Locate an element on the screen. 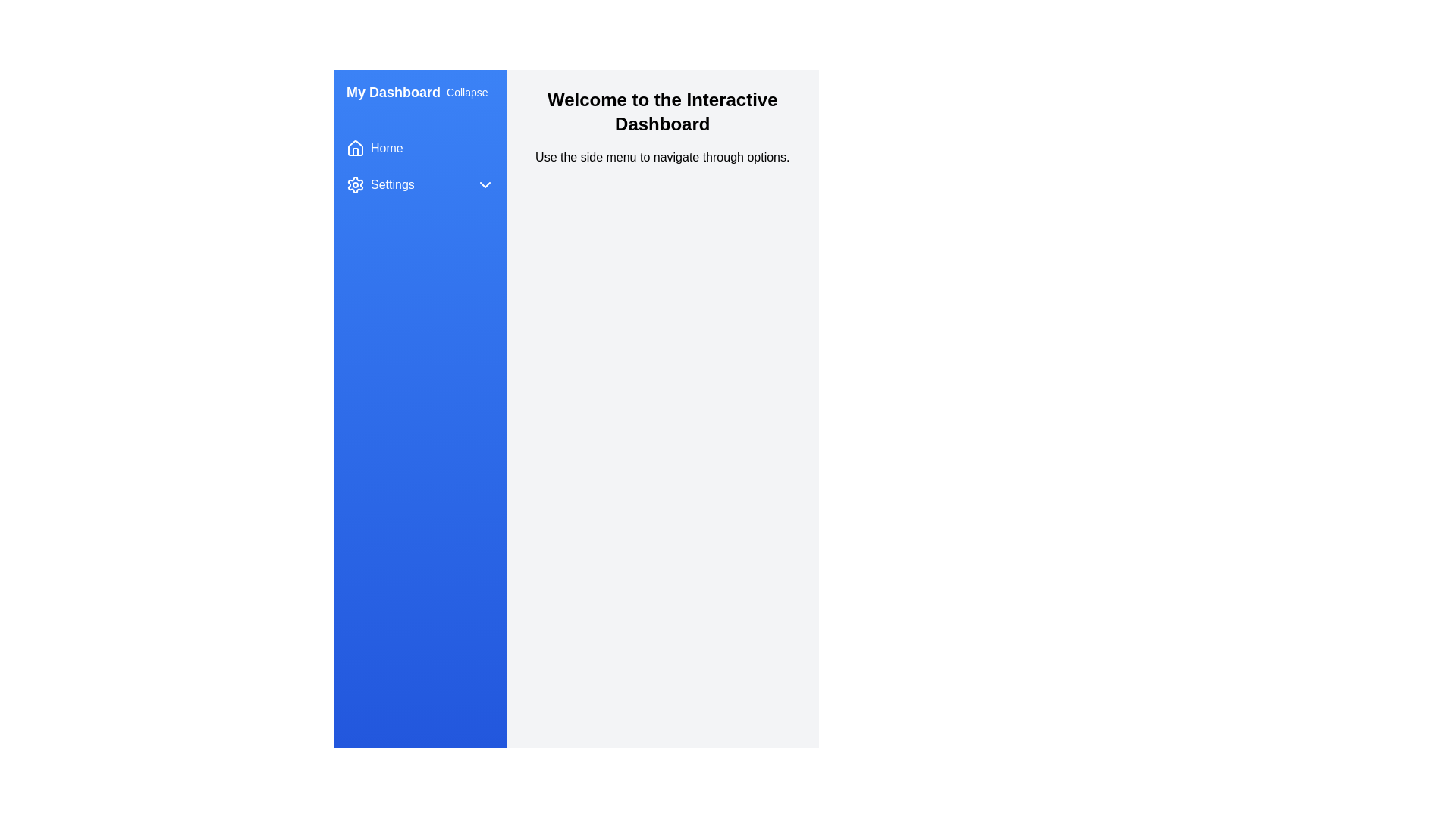  the house-shaped icon located in the sidebar next to the 'Home' label, which is styled as an outline with rounded corners and smooth joins is located at coordinates (355, 148).